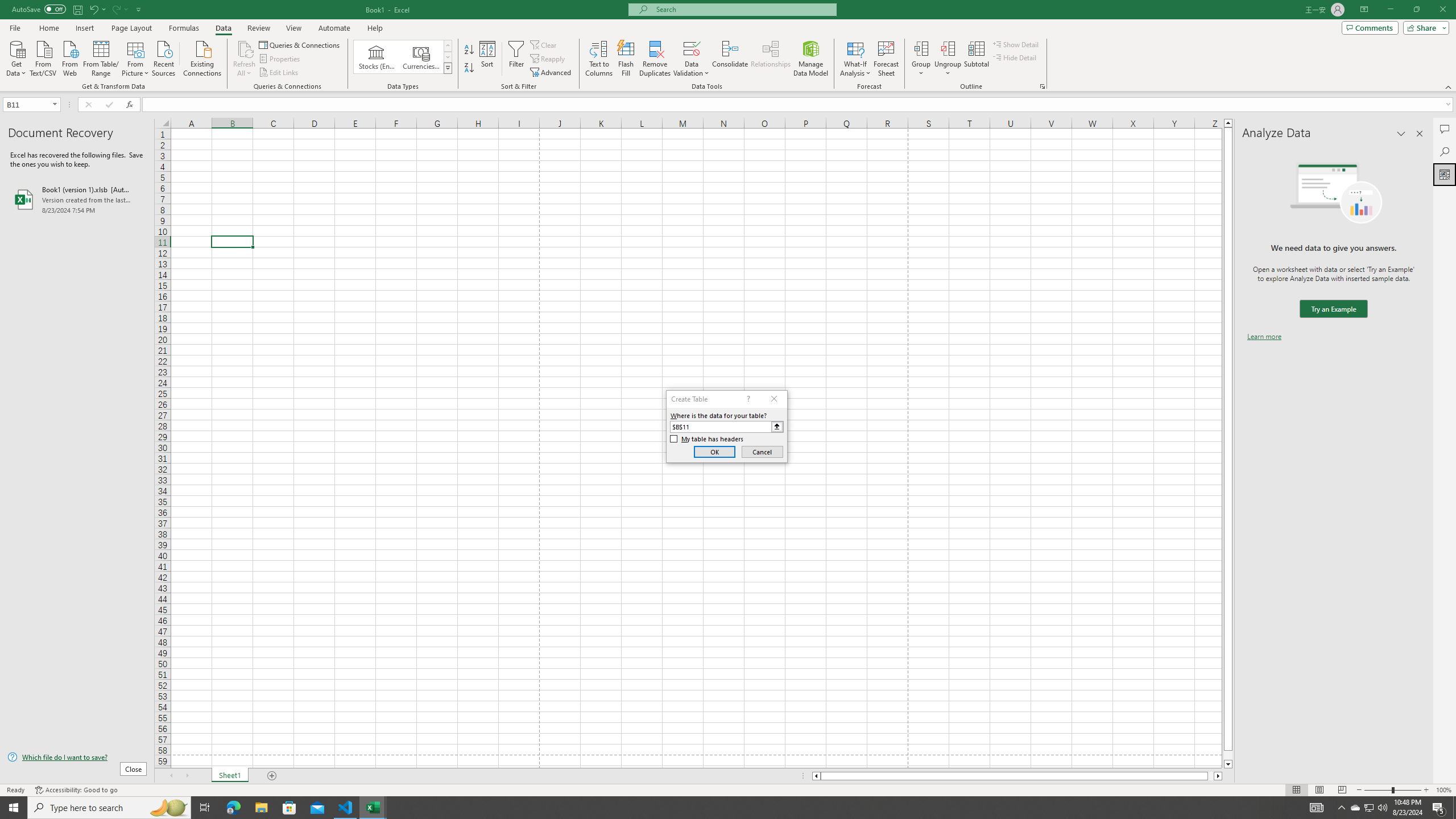 Image resolution: width=1456 pixels, height=819 pixels. What do you see at coordinates (515, 59) in the screenshot?
I see `'Filter'` at bounding box center [515, 59].